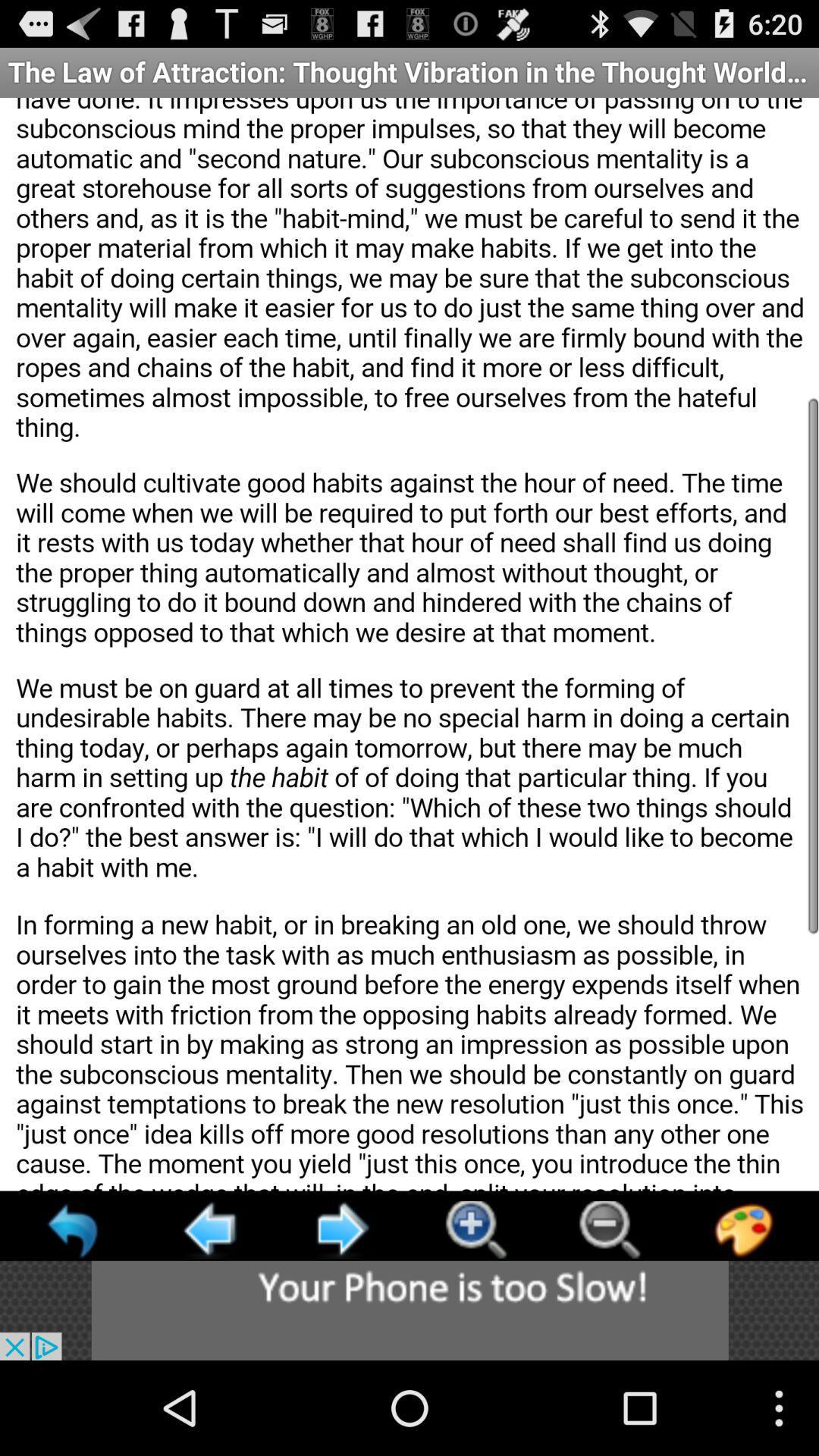 The width and height of the screenshot is (819, 1456). Describe the element at coordinates (475, 1229) in the screenshot. I see `magnify text on page` at that location.